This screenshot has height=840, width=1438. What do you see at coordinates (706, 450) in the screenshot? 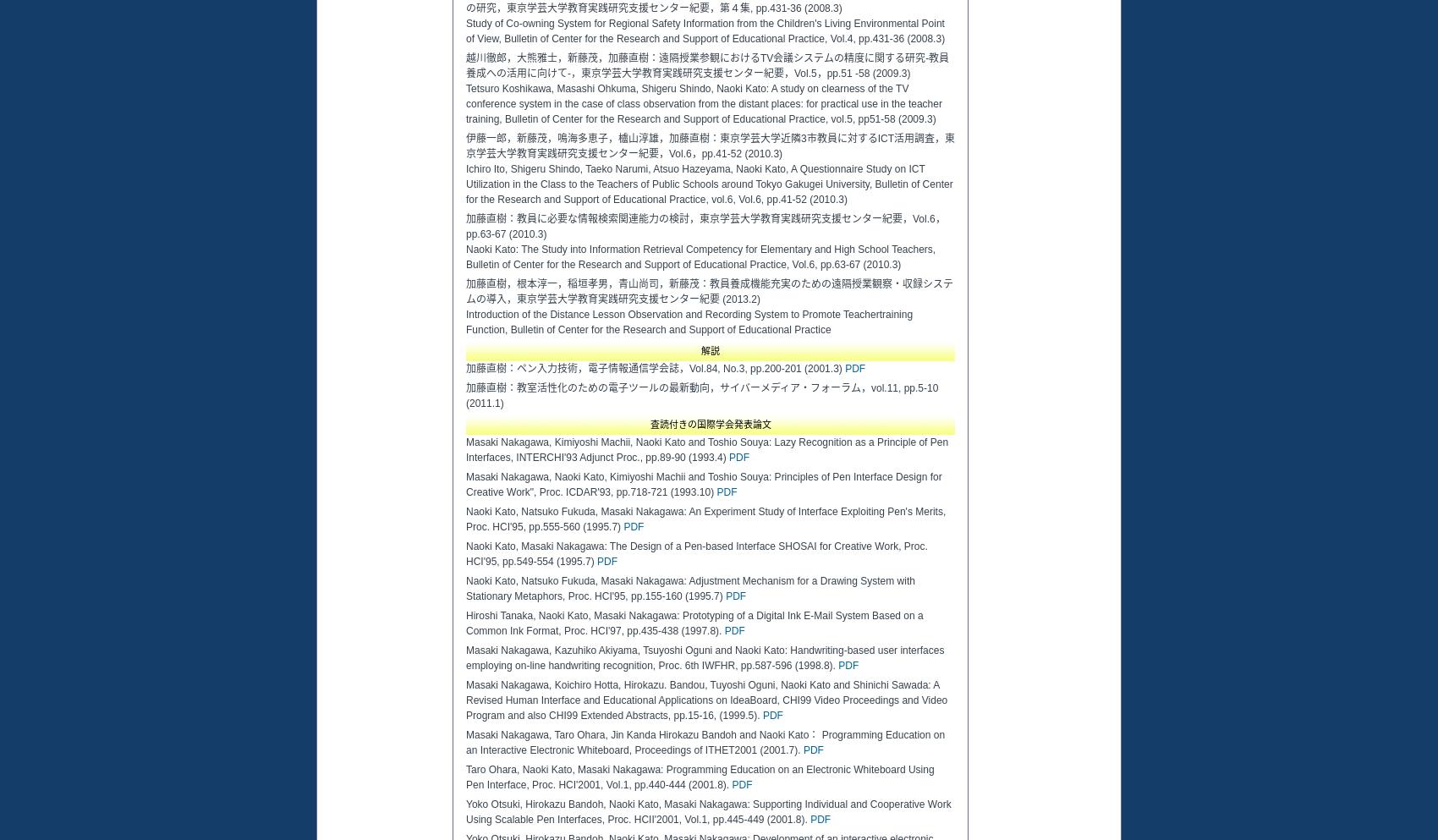
I see `'Masaki Nakagawa, Kimiyoshi Machii, Naoki Kato and Toshio Souya: Lazy Recognition as a Principle of Pen Interfaces, INTERCHI'93 Adjunct Proc., pp.89-90 (1993.4)'` at bounding box center [706, 450].